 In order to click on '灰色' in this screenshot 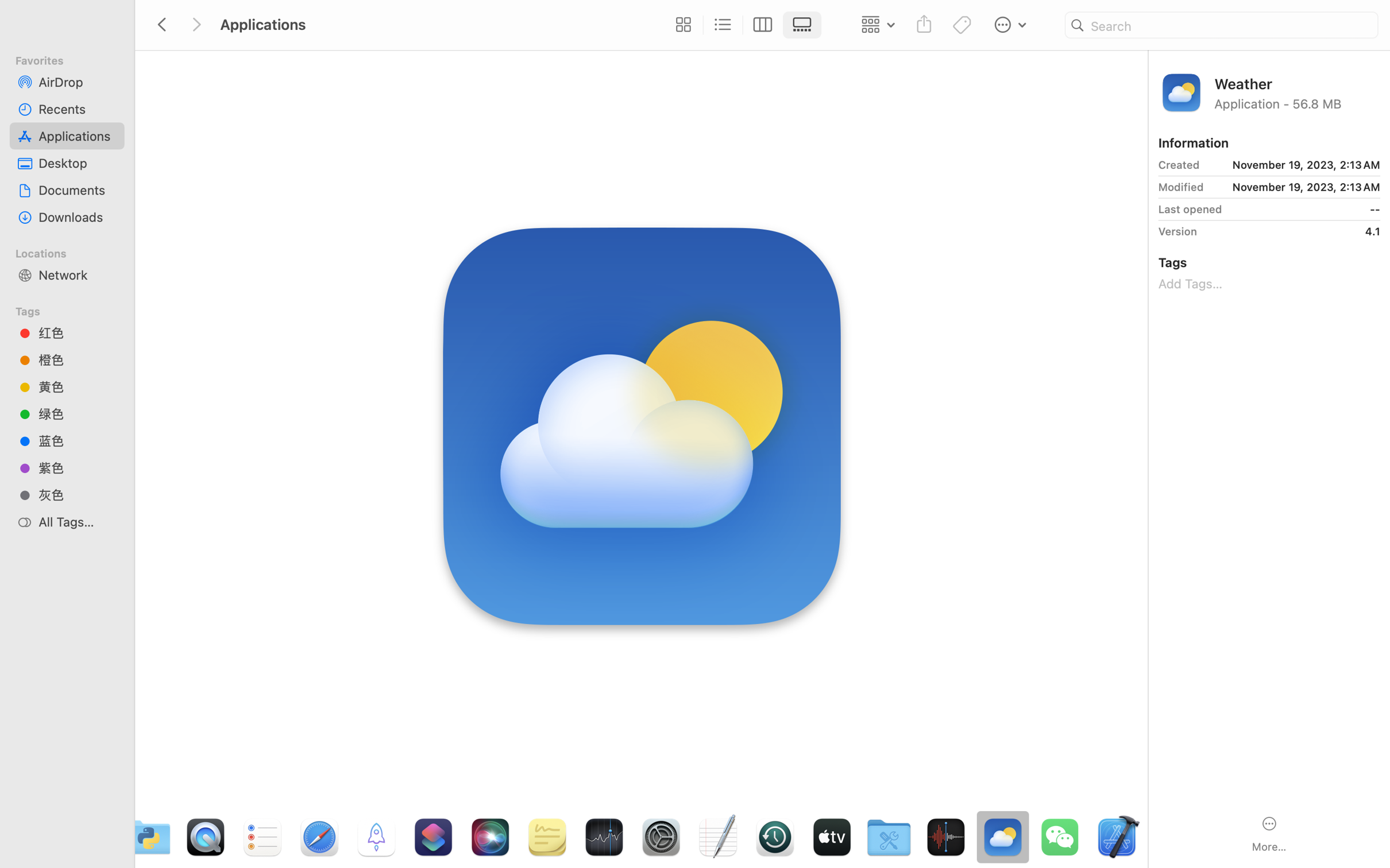, I will do `click(77, 494)`.